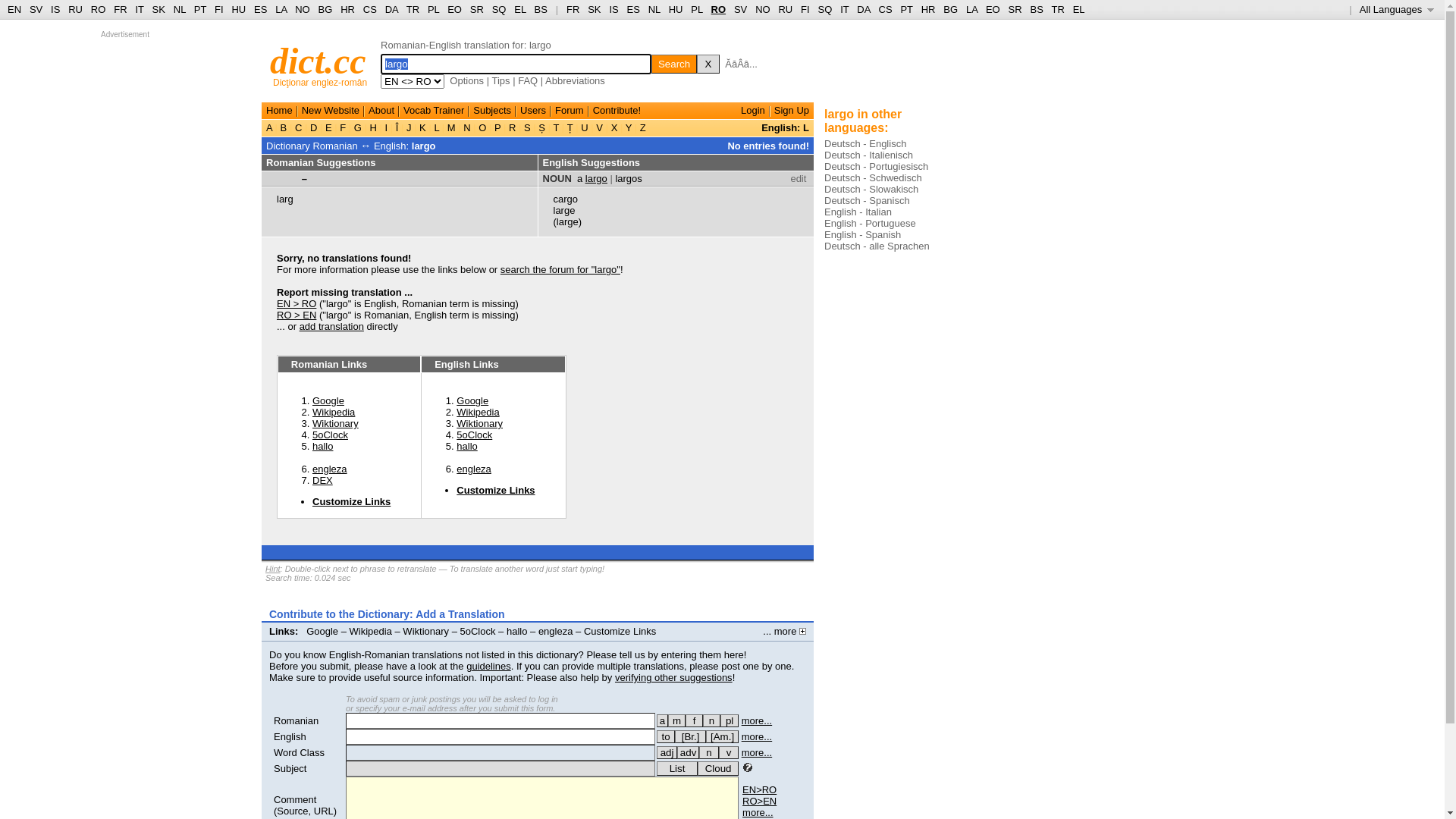 Image resolution: width=1456 pixels, height=819 pixels. I want to click on 'LA', so click(275, 9).